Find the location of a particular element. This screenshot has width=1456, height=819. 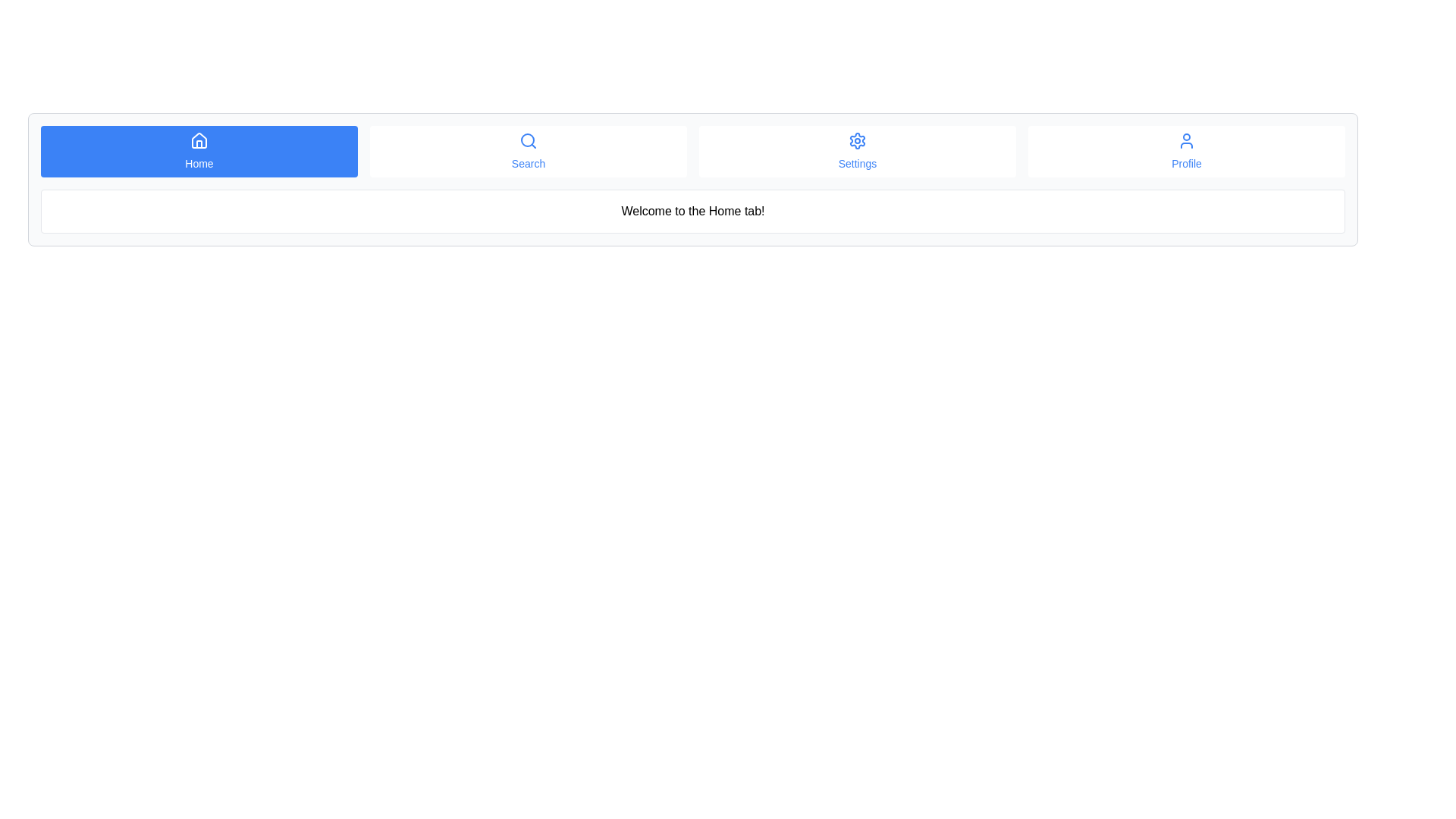

the 'Settings' icon located within the 'Settings' navigation button, which is the third item from the left in the navigation bar is located at coordinates (858, 140).